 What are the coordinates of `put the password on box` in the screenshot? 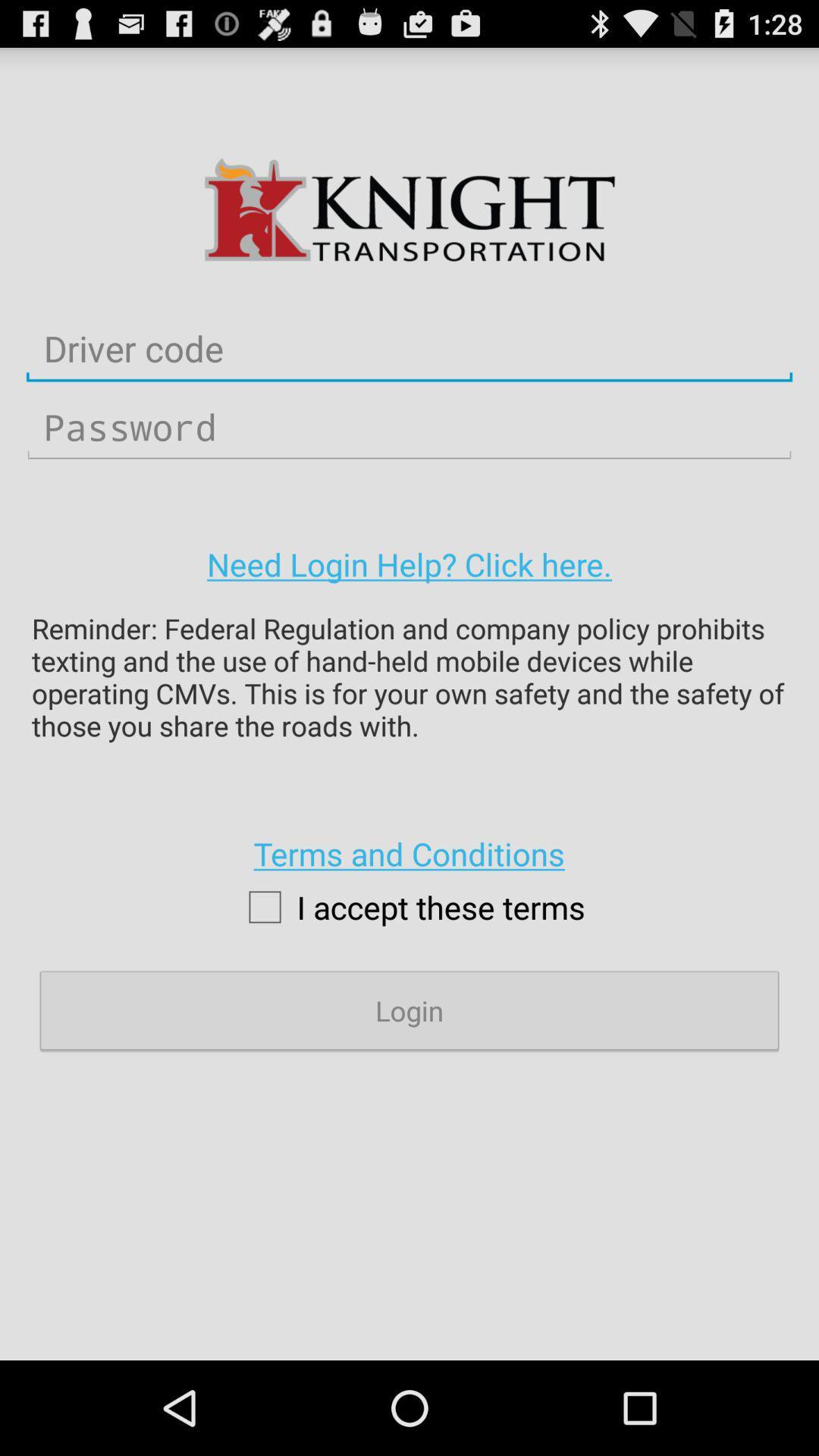 It's located at (409, 426).